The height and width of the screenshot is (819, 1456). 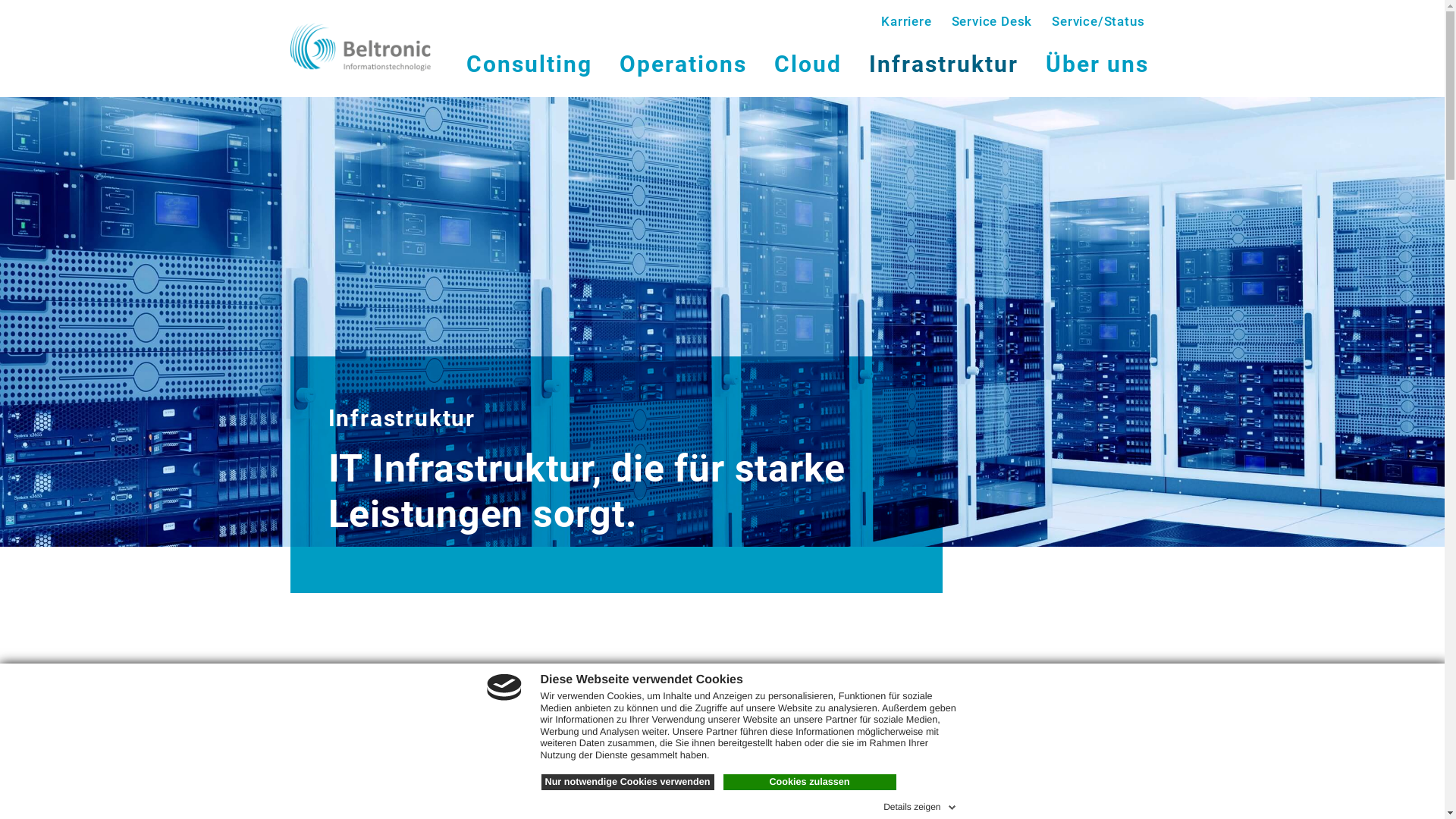 What do you see at coordinates (943, 63) in the screenshot?
I see `'Infrastruktur'` at bounding box center [943, 63].